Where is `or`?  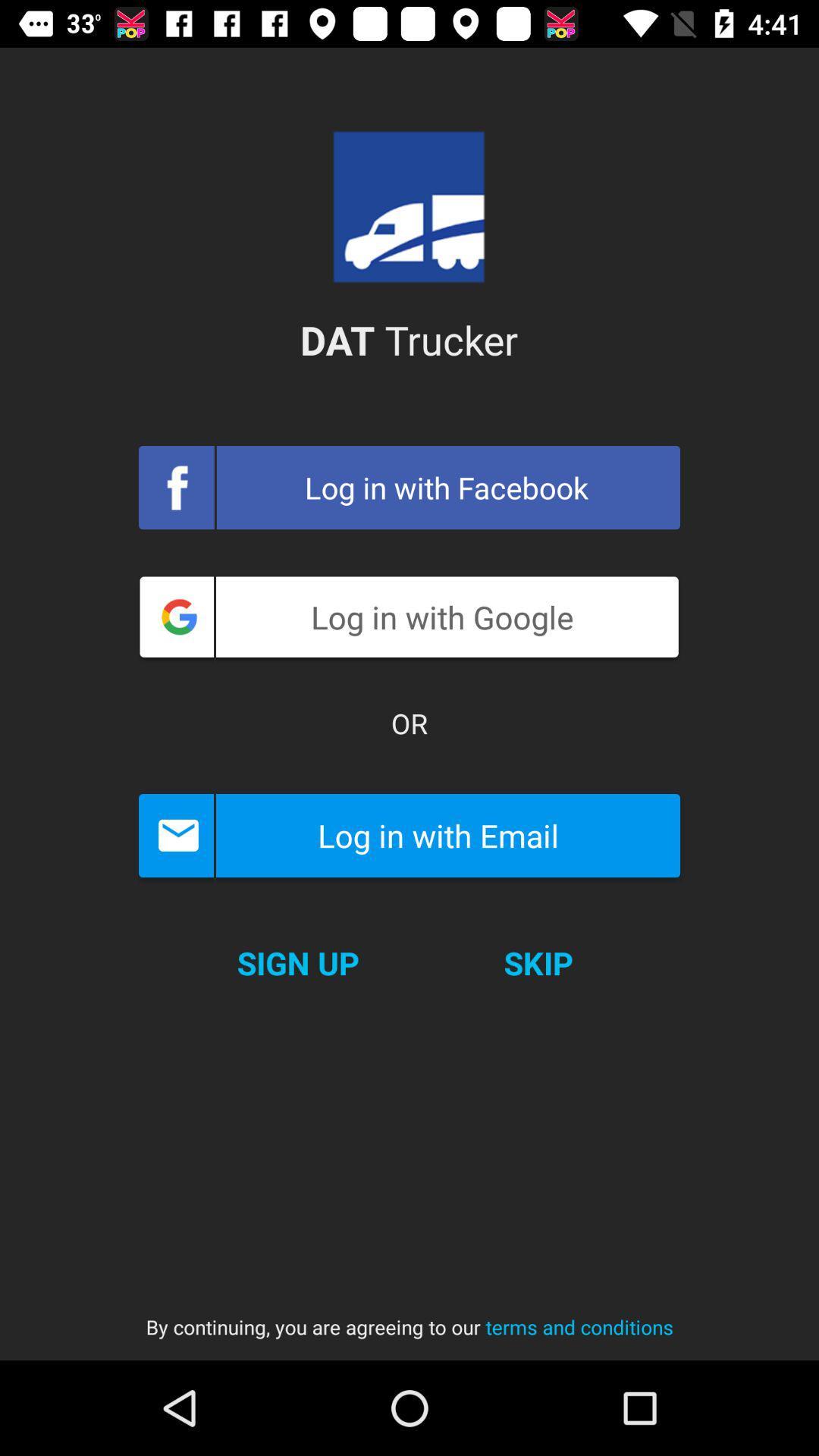
or is located at coordinates (409, 723).